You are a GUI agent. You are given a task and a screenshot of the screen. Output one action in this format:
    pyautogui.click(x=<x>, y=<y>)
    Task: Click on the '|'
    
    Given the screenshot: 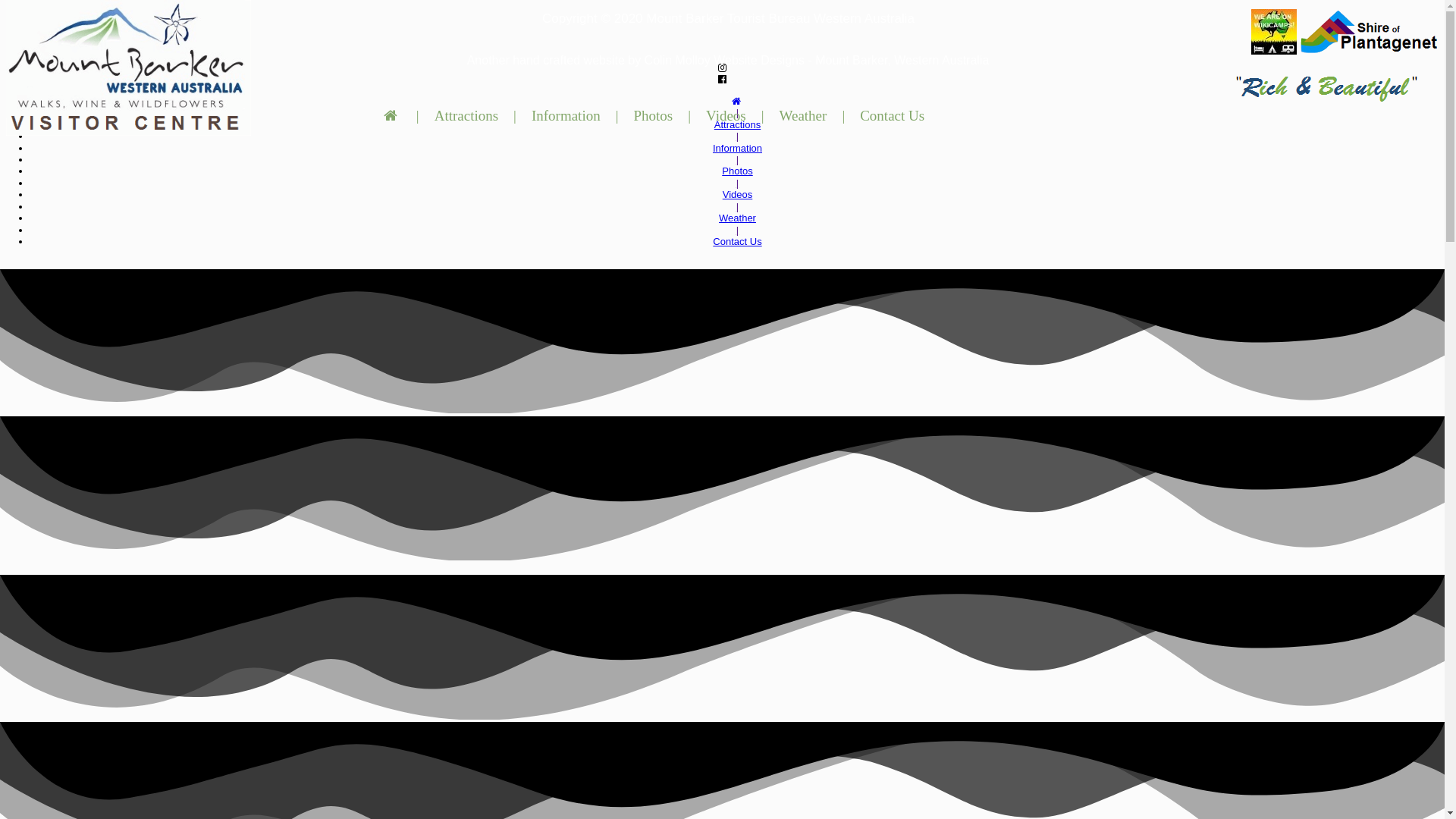 What is the action you would take?
    pyautogui.click(x=737, y=111)
    